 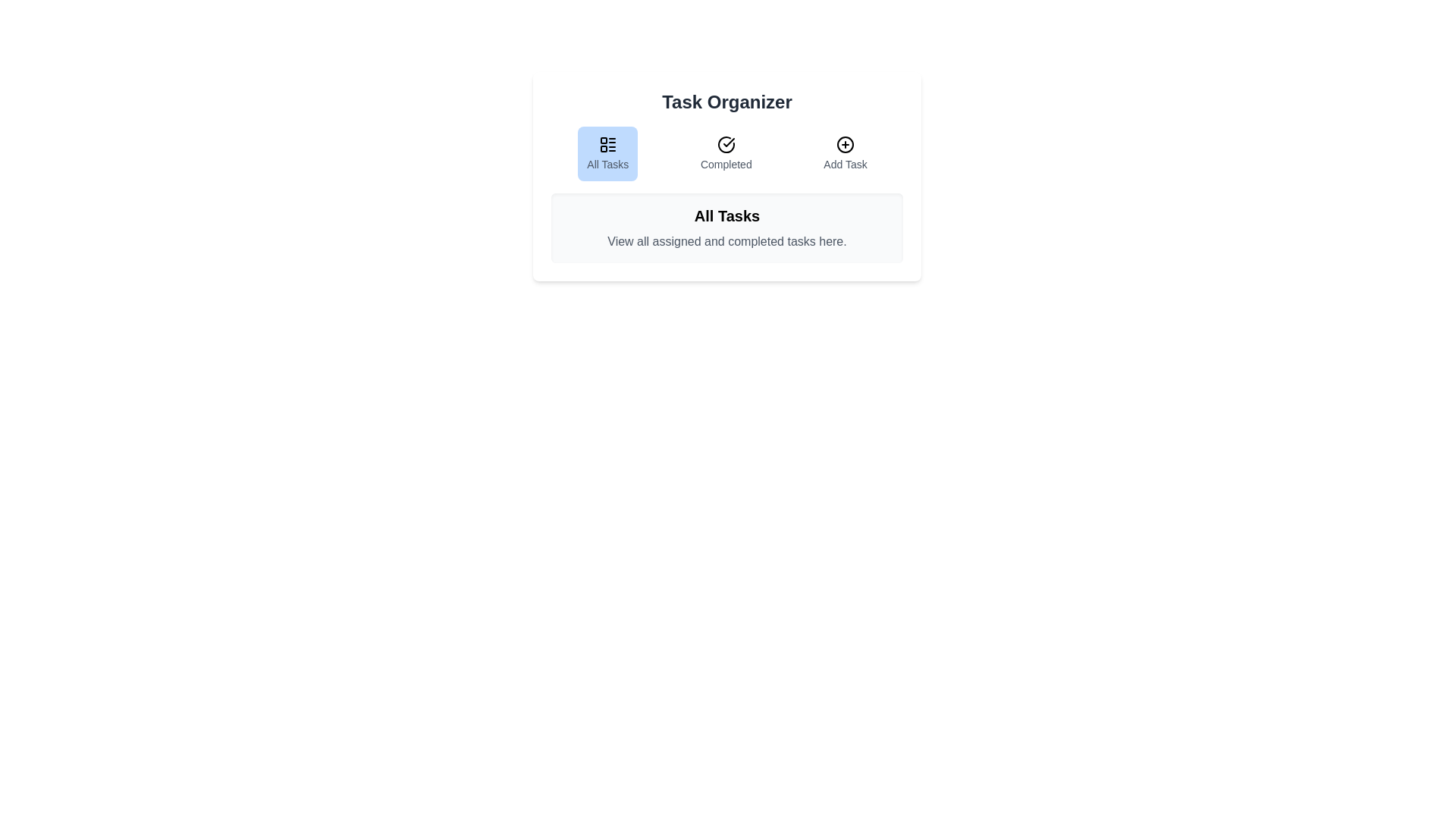 I want to click on the Completed tab to switch to its content, so click(x=725, y=154).